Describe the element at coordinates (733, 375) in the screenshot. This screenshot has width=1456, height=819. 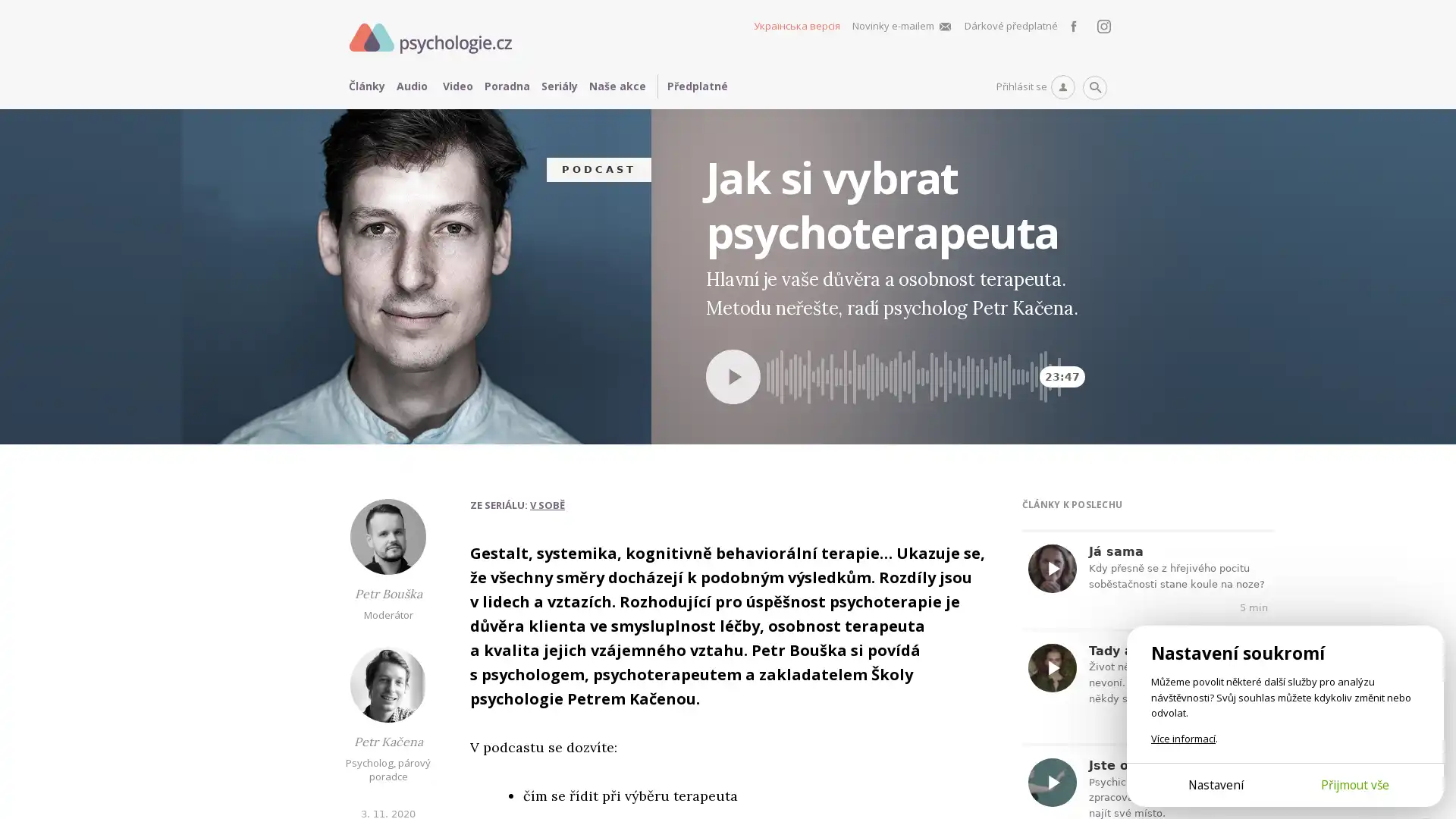
I see `Spustit prehravani` at that location.